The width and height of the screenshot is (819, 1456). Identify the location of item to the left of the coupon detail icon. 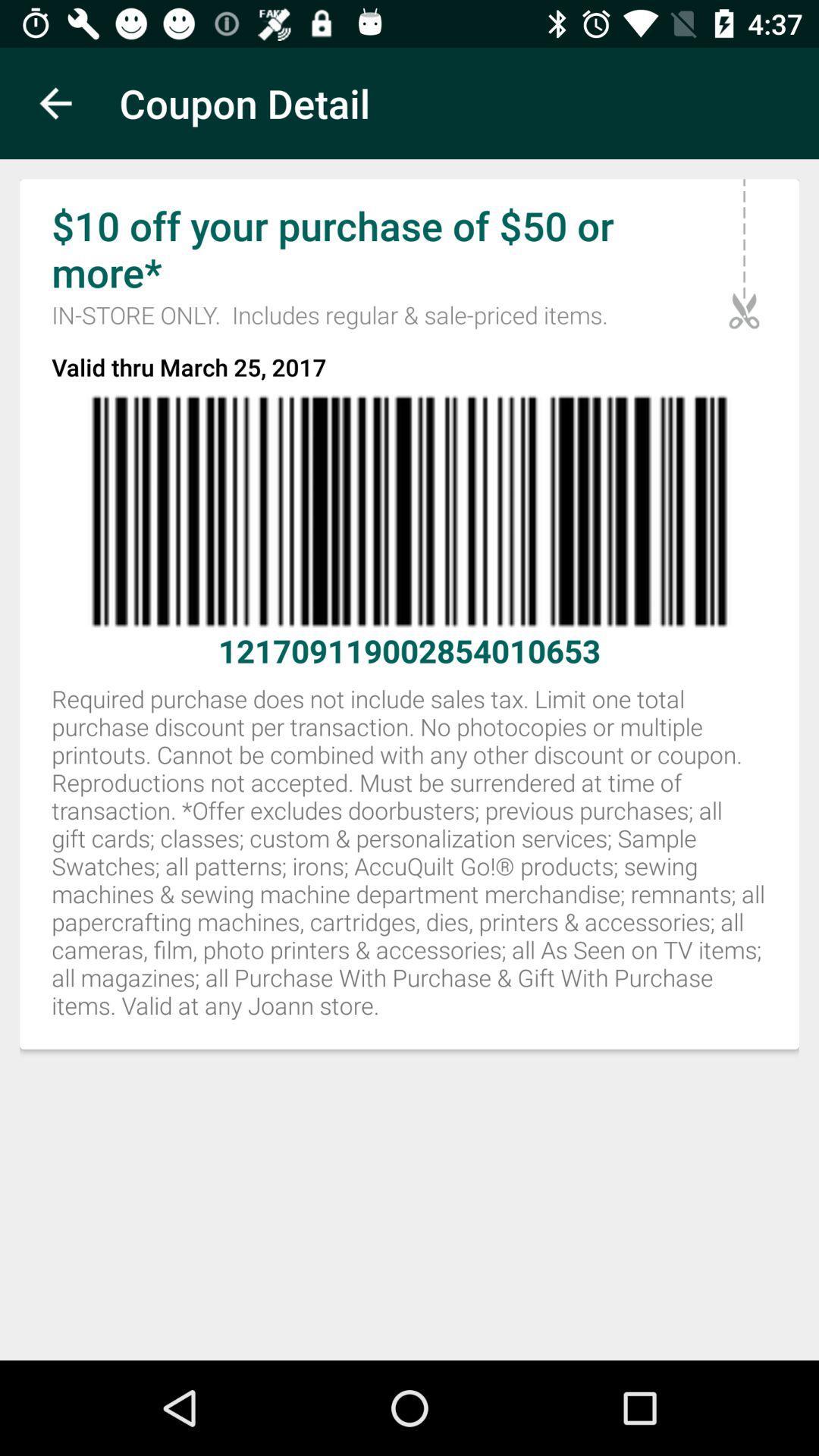
(55, 102).